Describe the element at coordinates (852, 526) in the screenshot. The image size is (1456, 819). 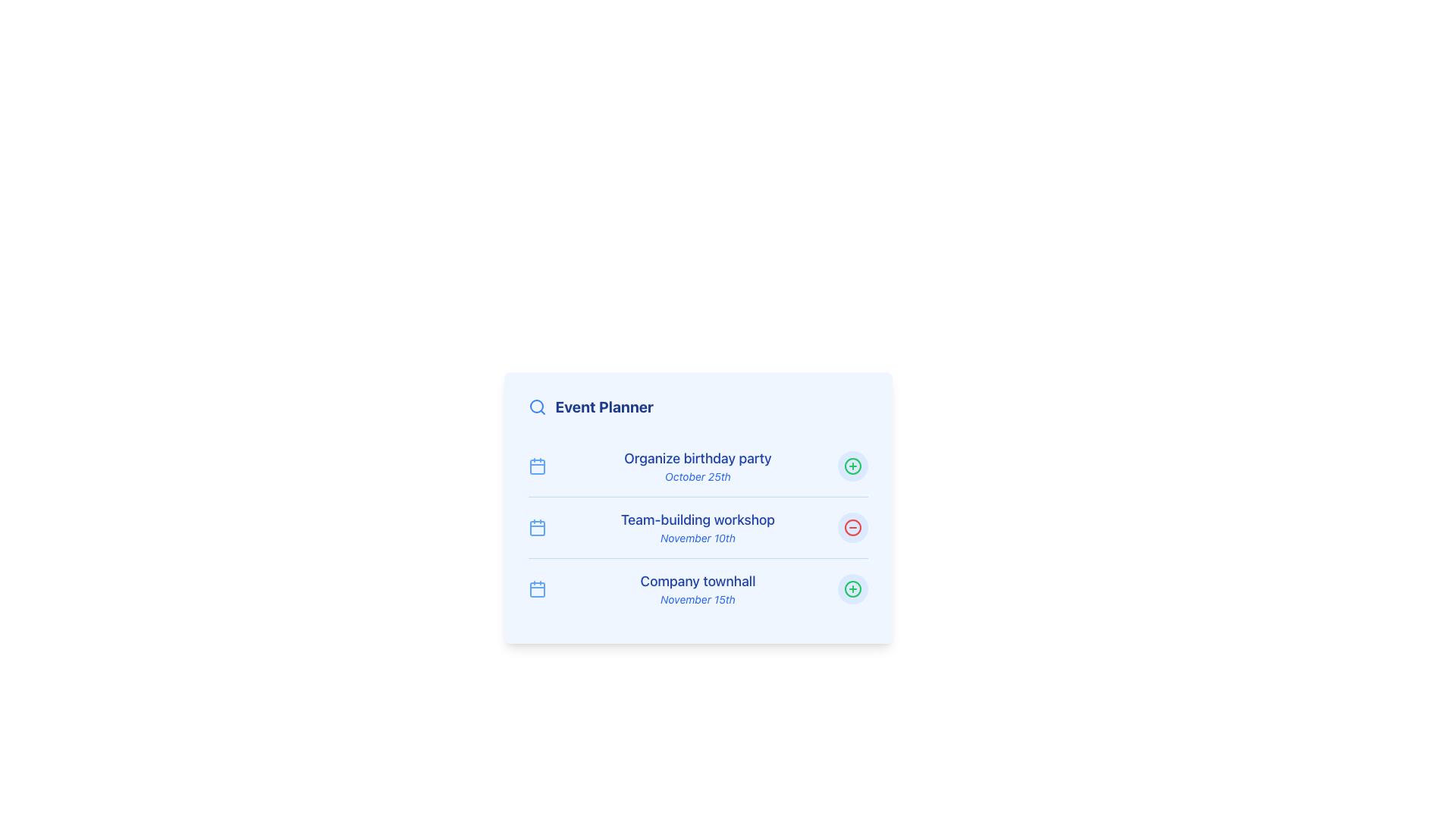
I see `the circular red outlined icon with a horizontal minus symbol` at that location.